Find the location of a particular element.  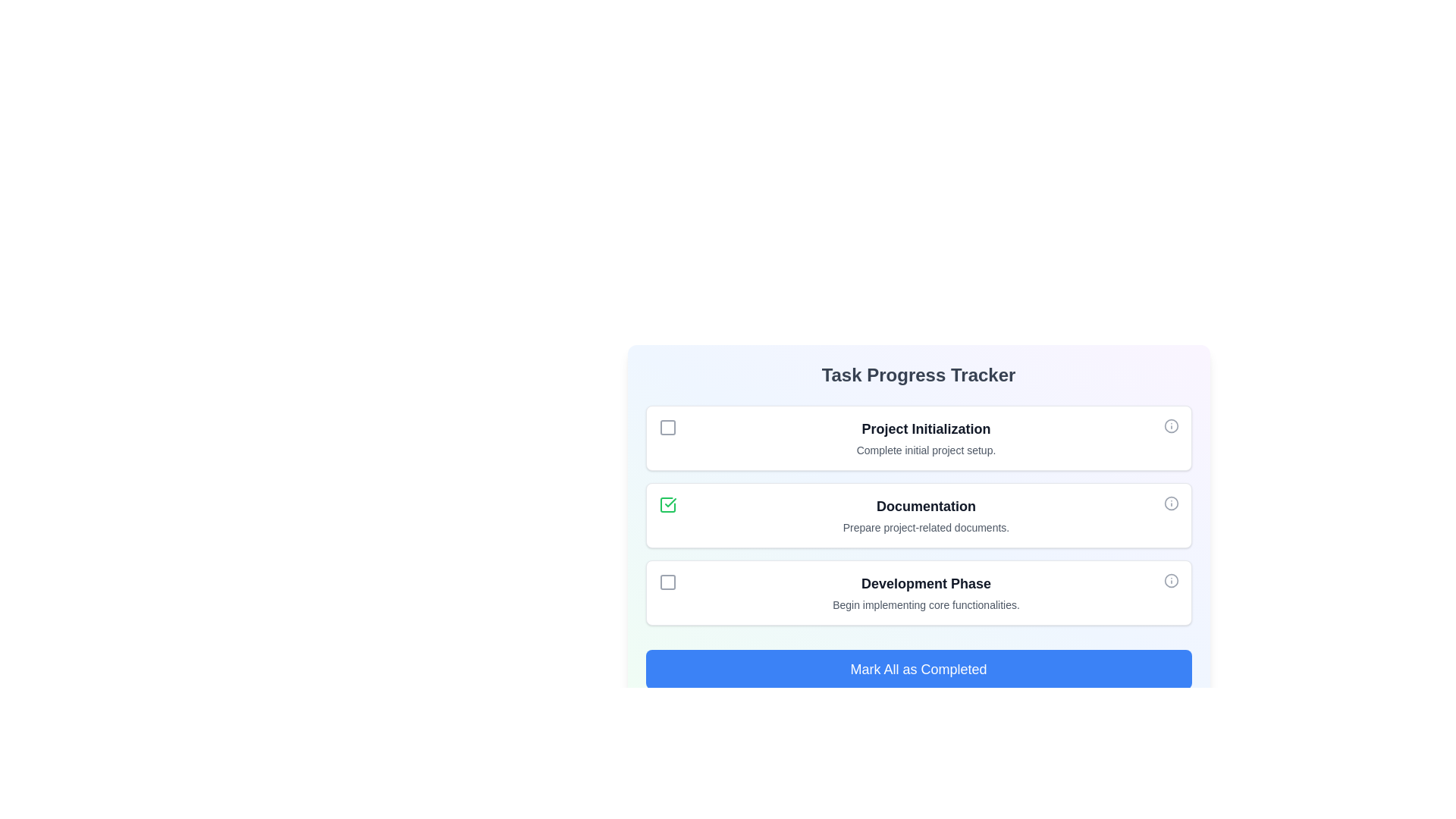

the checkbox is located at coordinates (667, 505).